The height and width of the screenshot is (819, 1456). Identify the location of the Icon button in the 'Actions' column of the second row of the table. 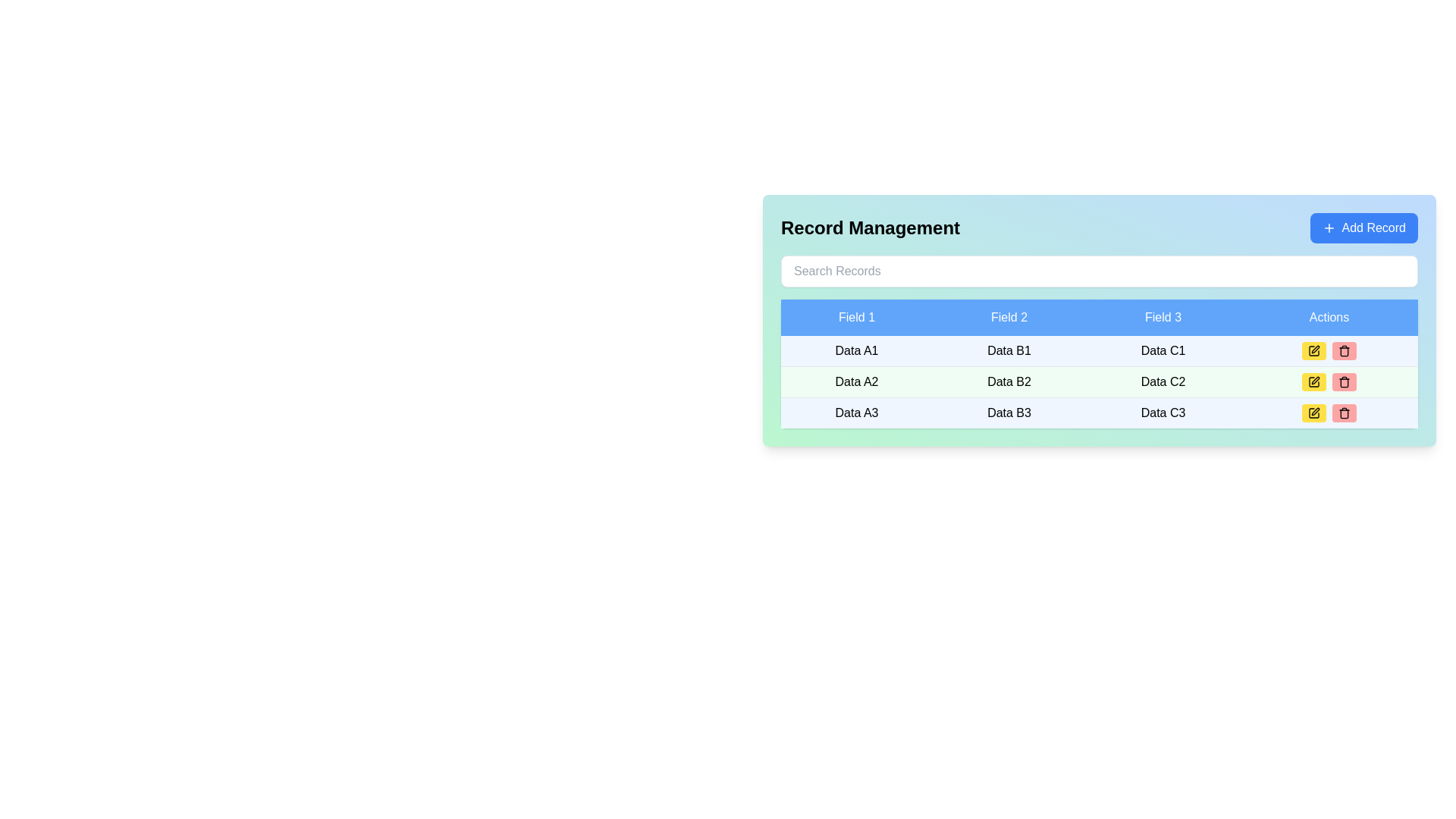
(1313, 350).